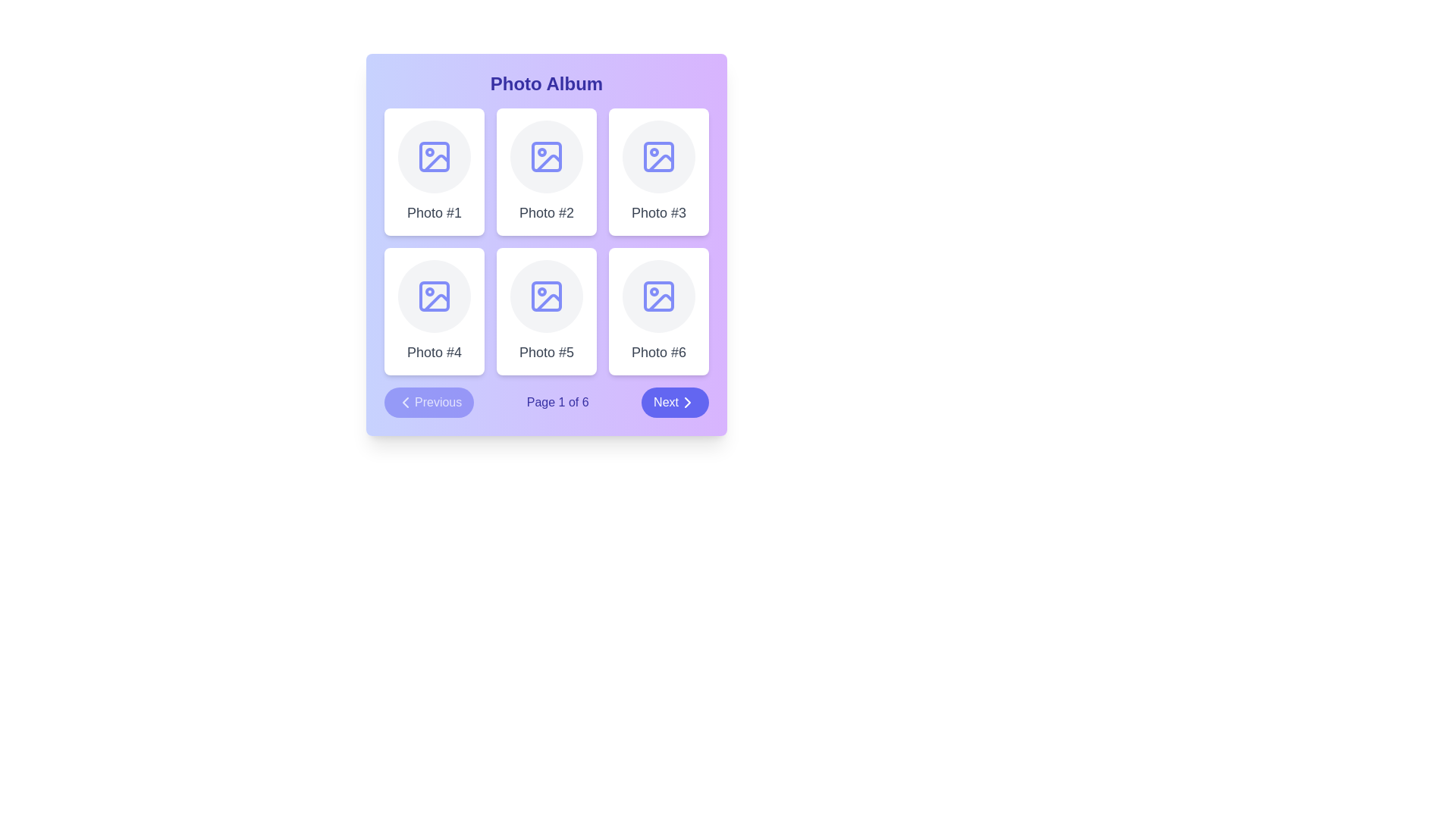 The width and height of the screenshot is (1456, 819). I want to click on the square-shaped photo icon in the top-left corner of the photo album section, so click(433, 157).